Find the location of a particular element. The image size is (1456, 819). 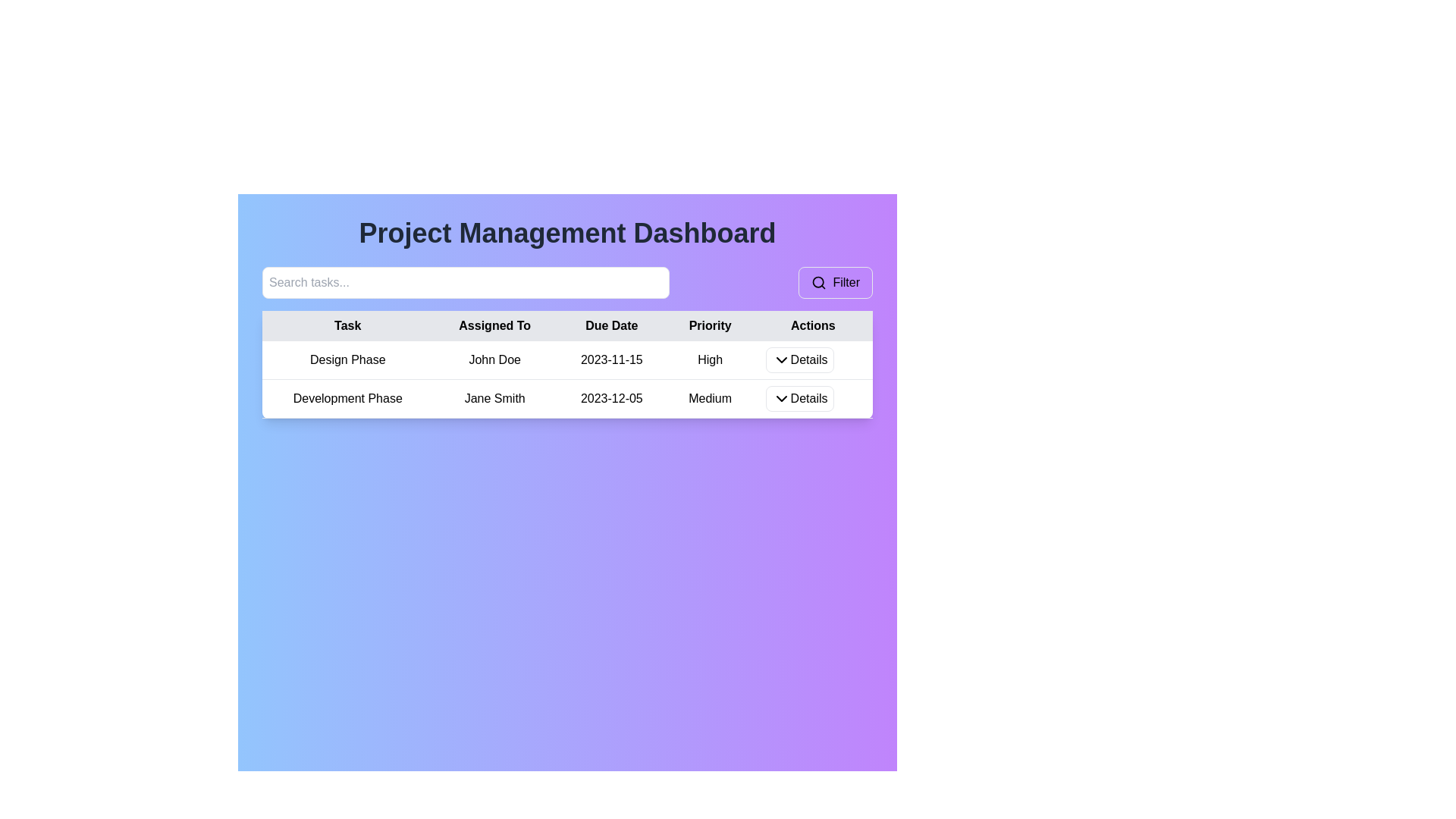

the Chevron Down icon located slightly to the left of the 'Details' text in the Actions column of the second row is located at coordinates (781, 397).